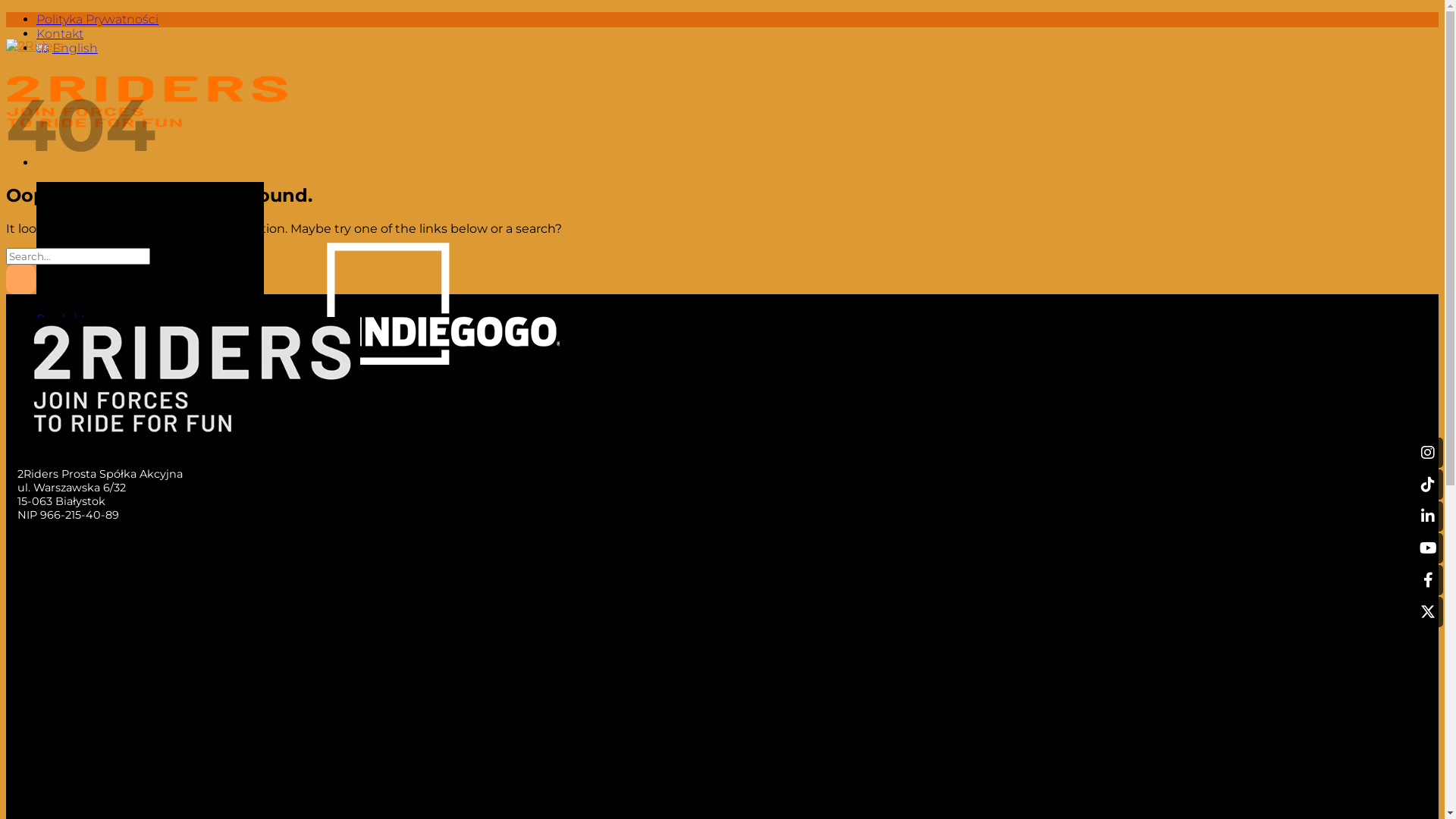  Describe the element at coordinates (6, 90) in the screenshot. I see `'2Riders - JOIN FORCES TO RIDE FOR FUN'` at that location.